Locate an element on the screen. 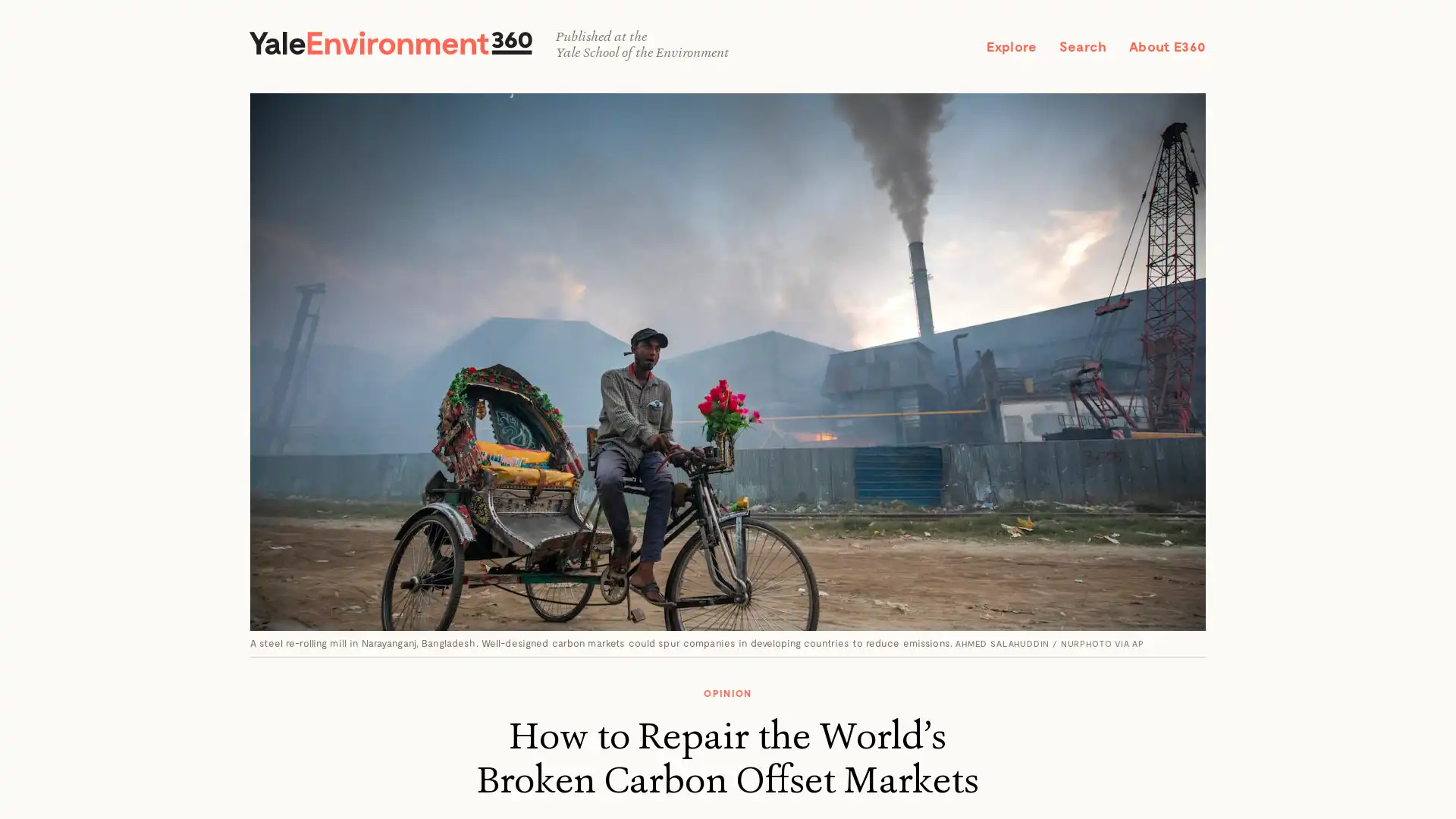  CLOSE is located at coordinates (1417, 37).